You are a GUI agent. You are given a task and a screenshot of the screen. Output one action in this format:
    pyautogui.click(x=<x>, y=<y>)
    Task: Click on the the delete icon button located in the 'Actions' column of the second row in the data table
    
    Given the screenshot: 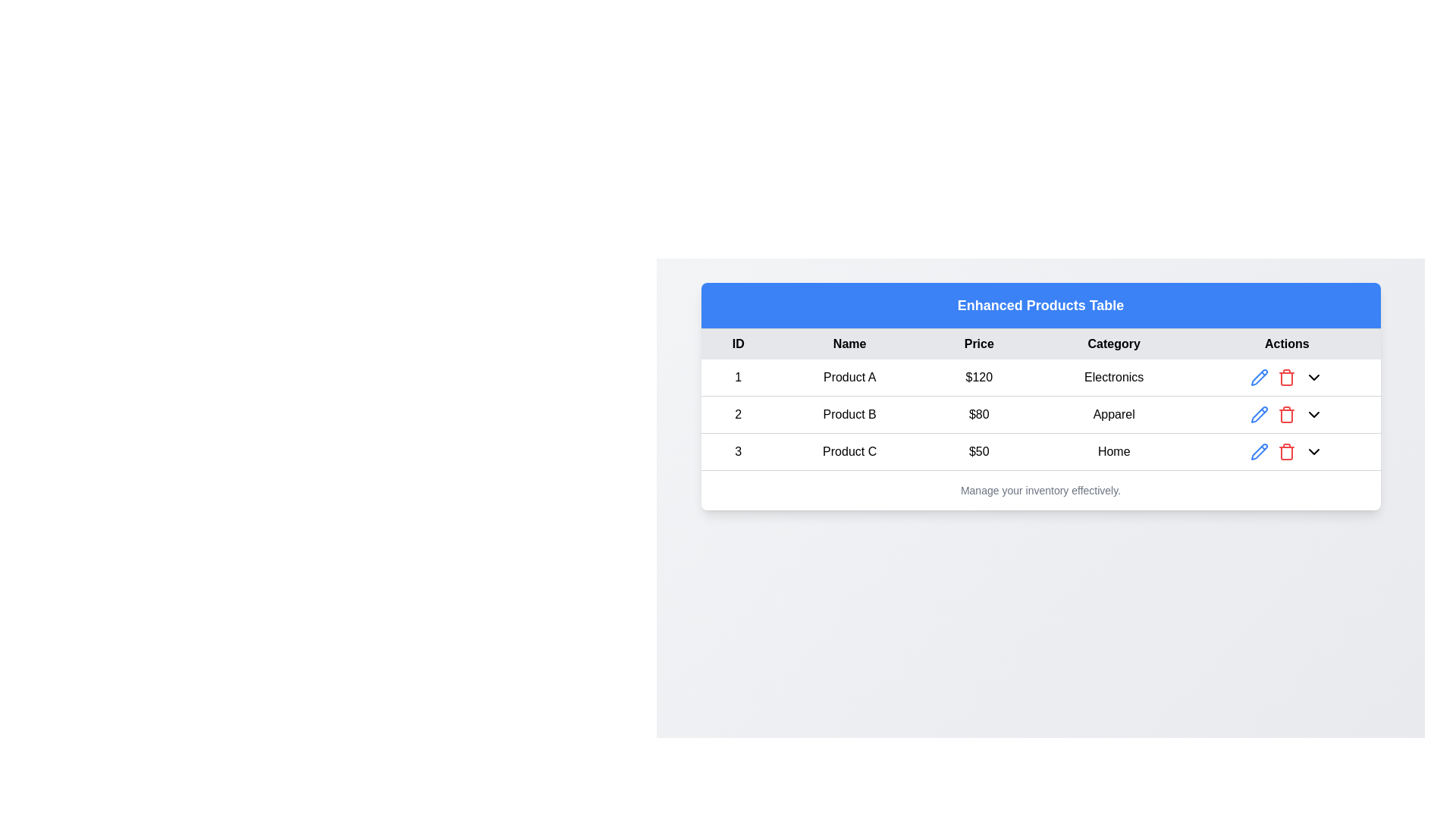 What is the action you would take?
    pyautogui.click(x=1286, y=415)
    